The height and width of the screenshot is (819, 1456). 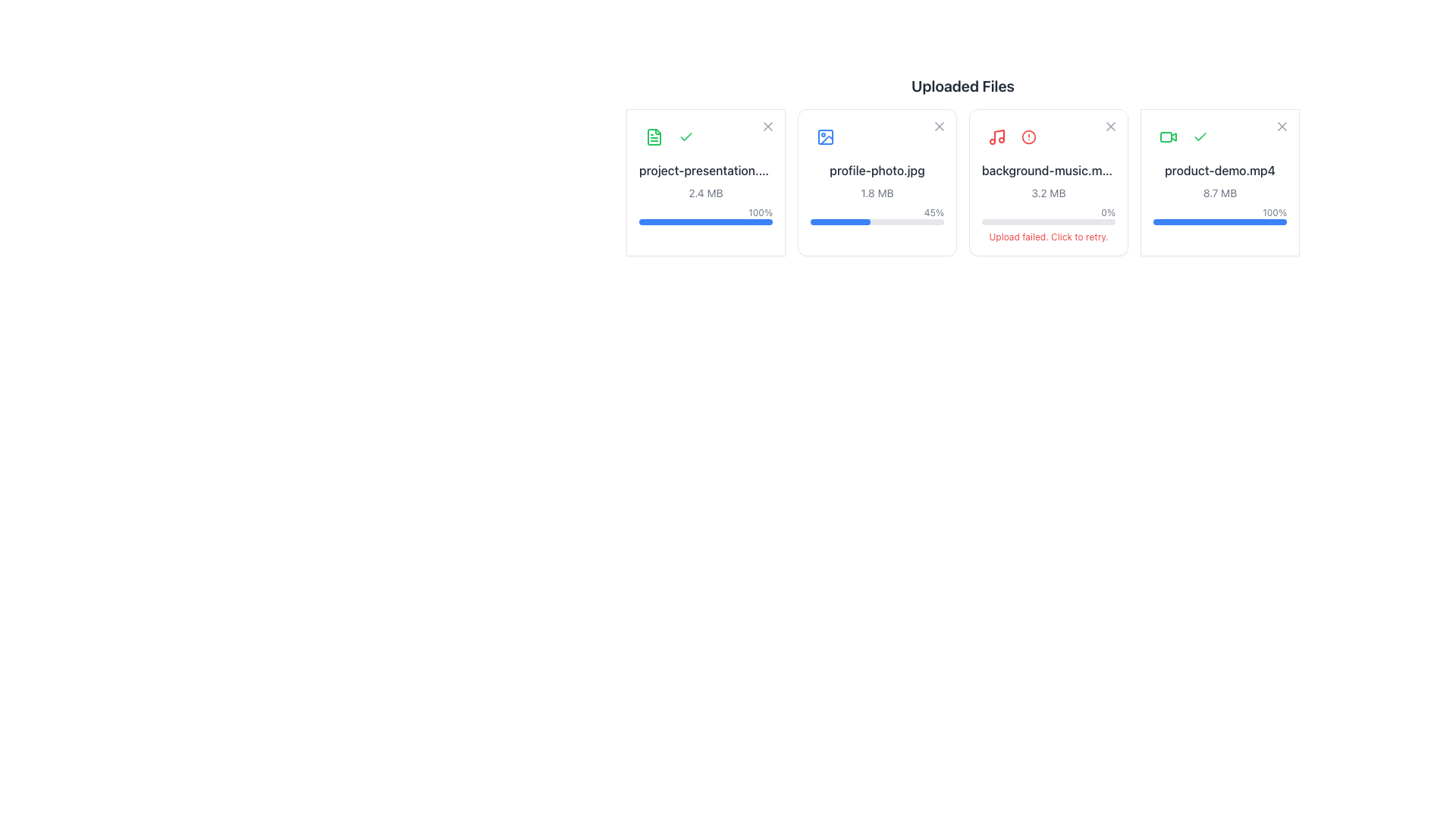 What do you see at coordinates (821, 222) in the screenshot?
I see `the upload progress for 'profile-photo.jpg'` at bounding box center [821, 222].